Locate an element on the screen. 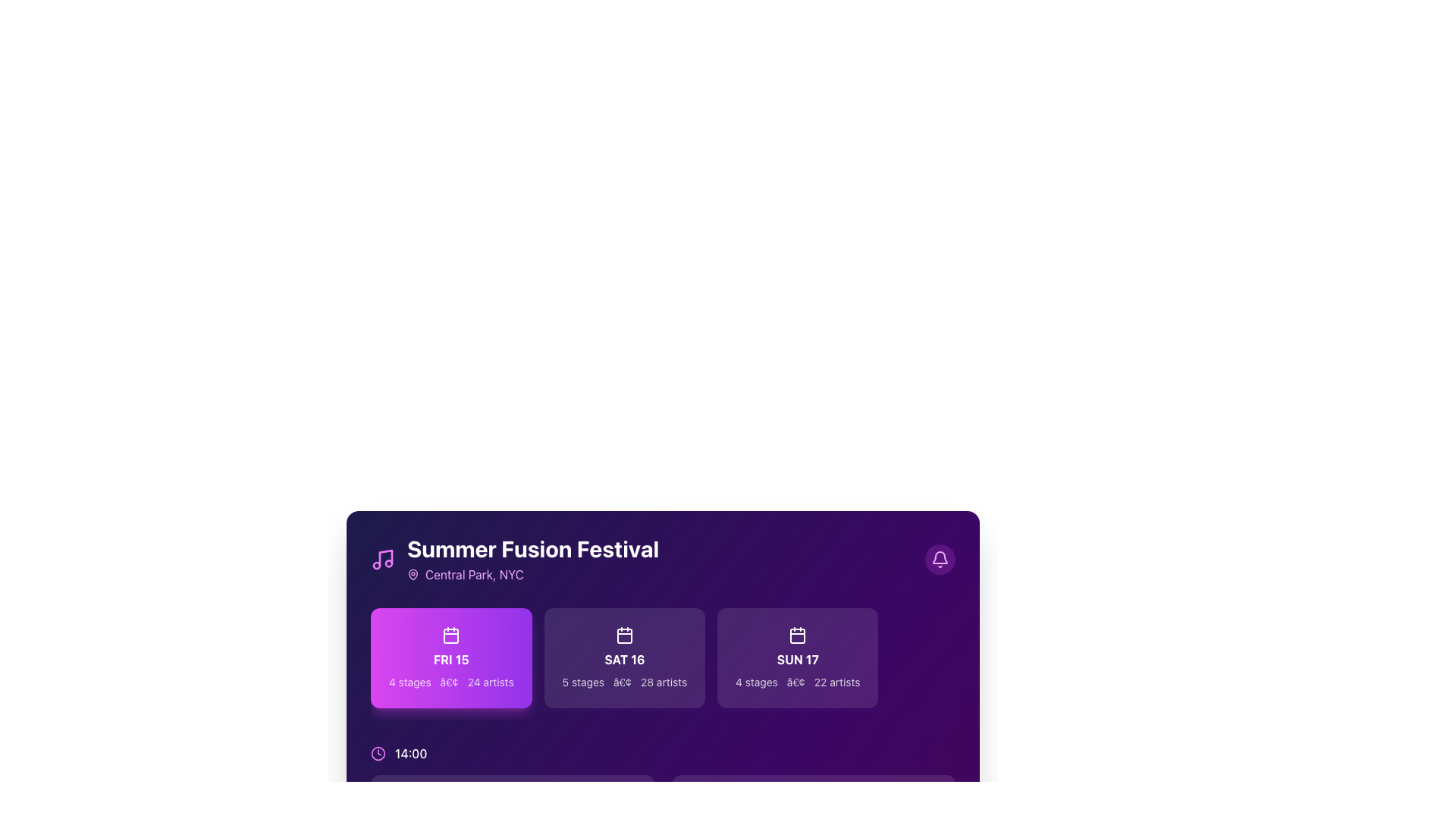 The image size is (1456, 819). the static text label displaying 'Central Park, NYC' in vibrant fuchsia color, which is positioned to the right of a map pin icon on a dark-themed card is located at coordinates (473, 575).